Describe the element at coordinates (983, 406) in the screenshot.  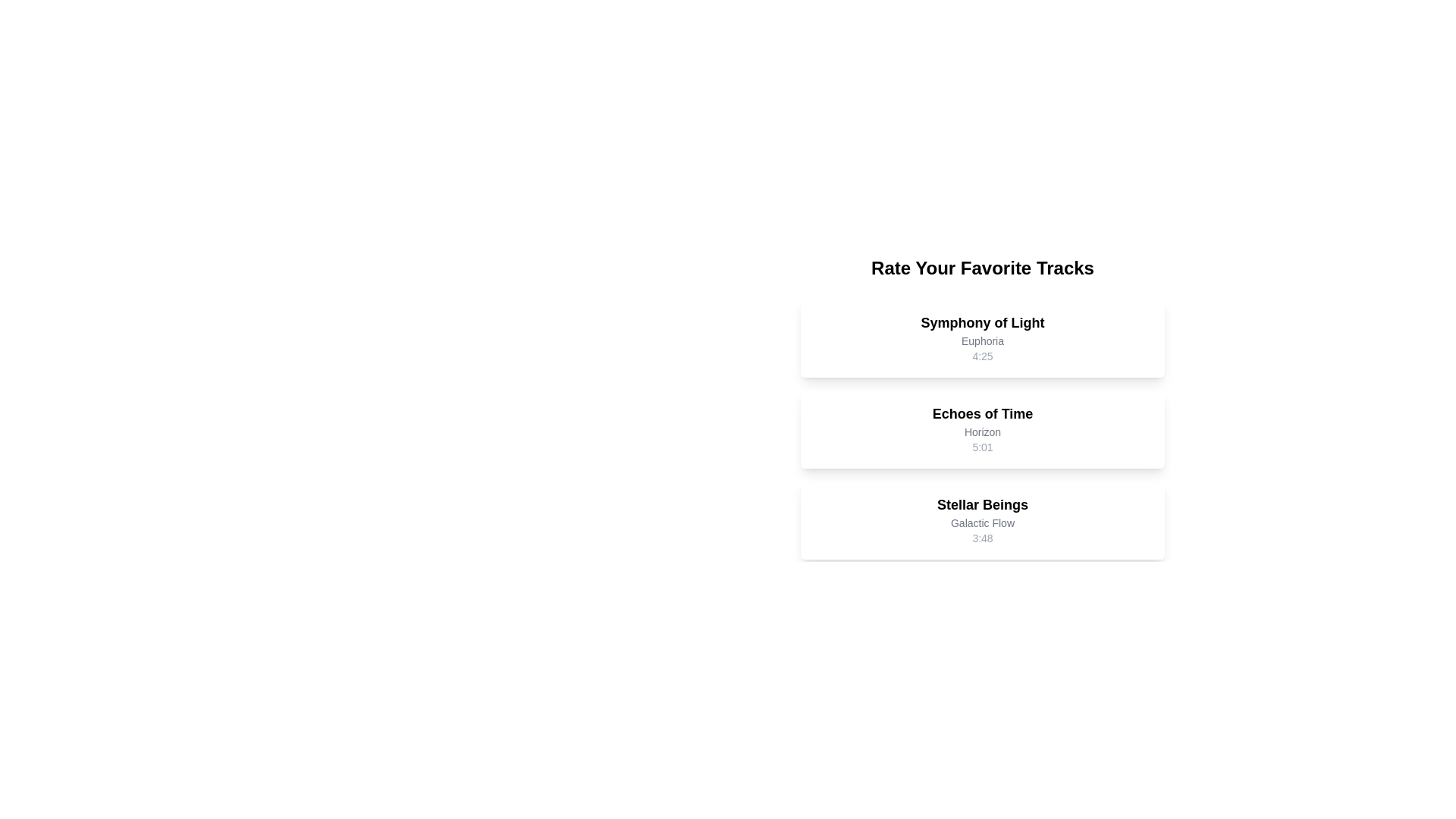
I see `the middle card in the list of three cards under the heading 'Rate Your Favorite Tracks'` at that location.